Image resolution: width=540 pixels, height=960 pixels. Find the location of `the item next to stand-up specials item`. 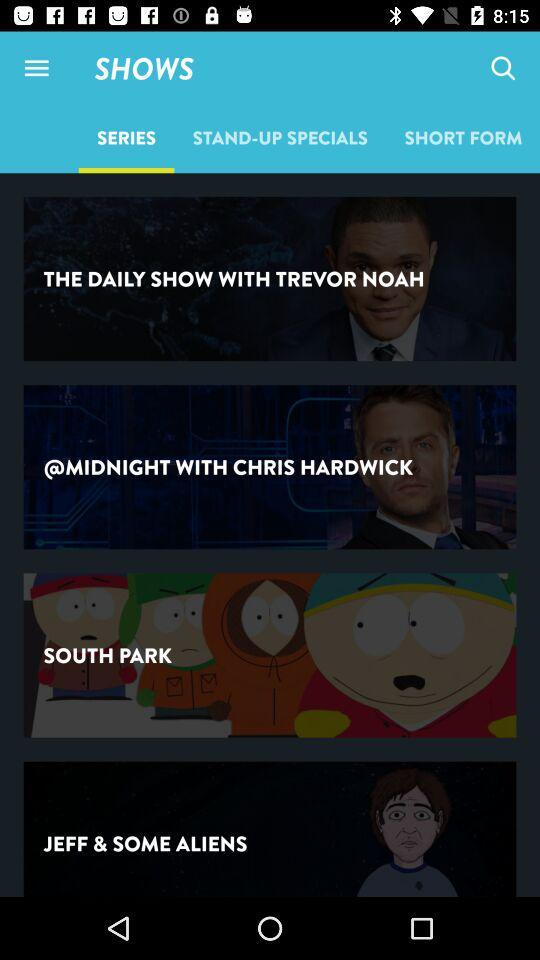

the item next to stand-up specials item is located at coordinates (463, 136).